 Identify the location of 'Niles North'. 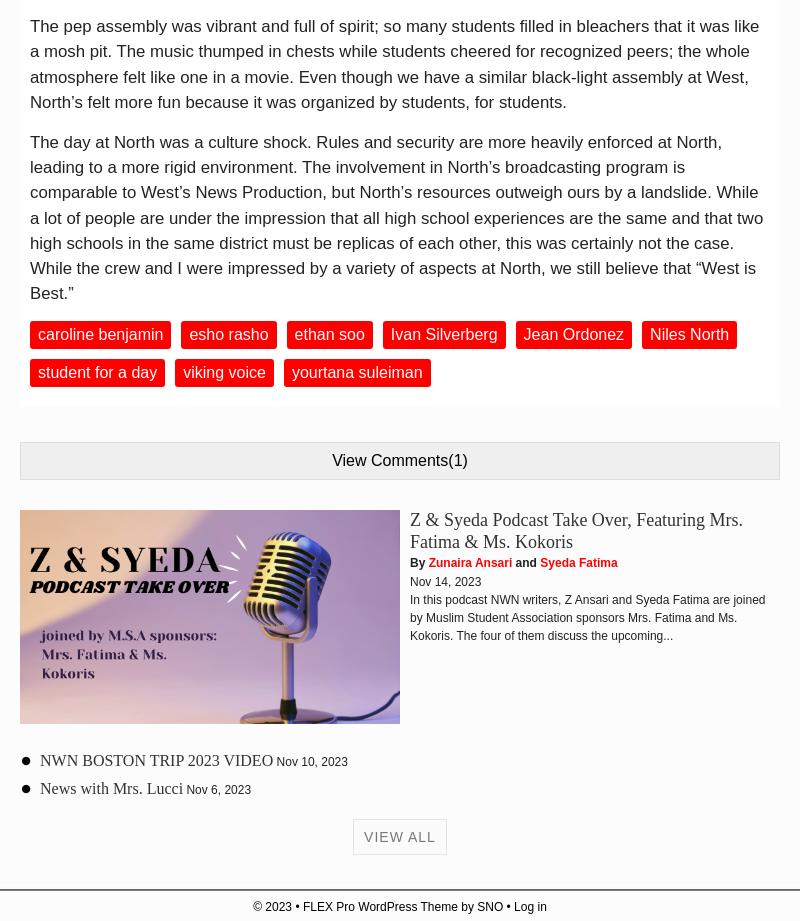
(649, 334).